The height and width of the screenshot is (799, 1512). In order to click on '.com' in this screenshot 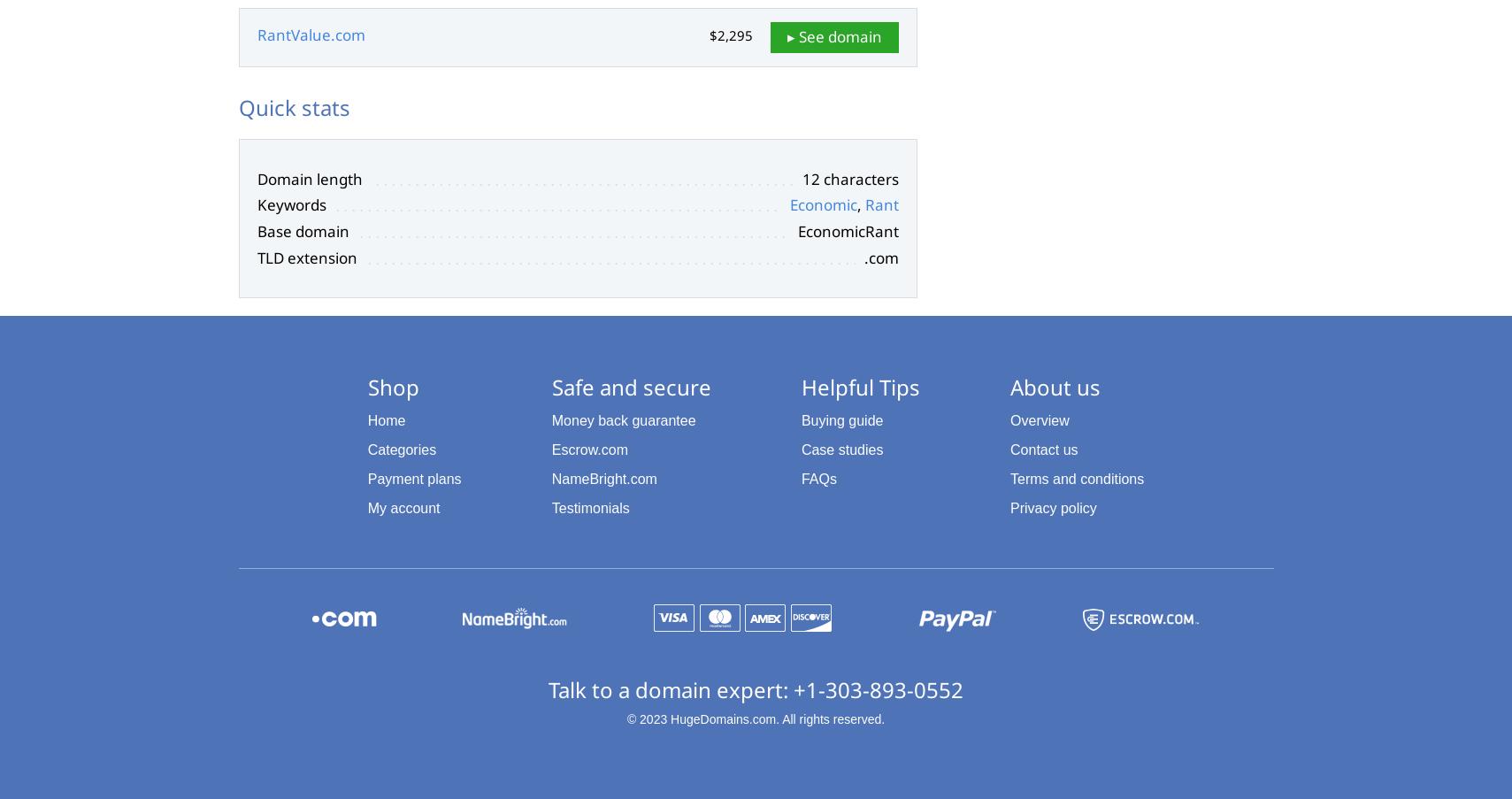, I will do `click(880, 256)`.